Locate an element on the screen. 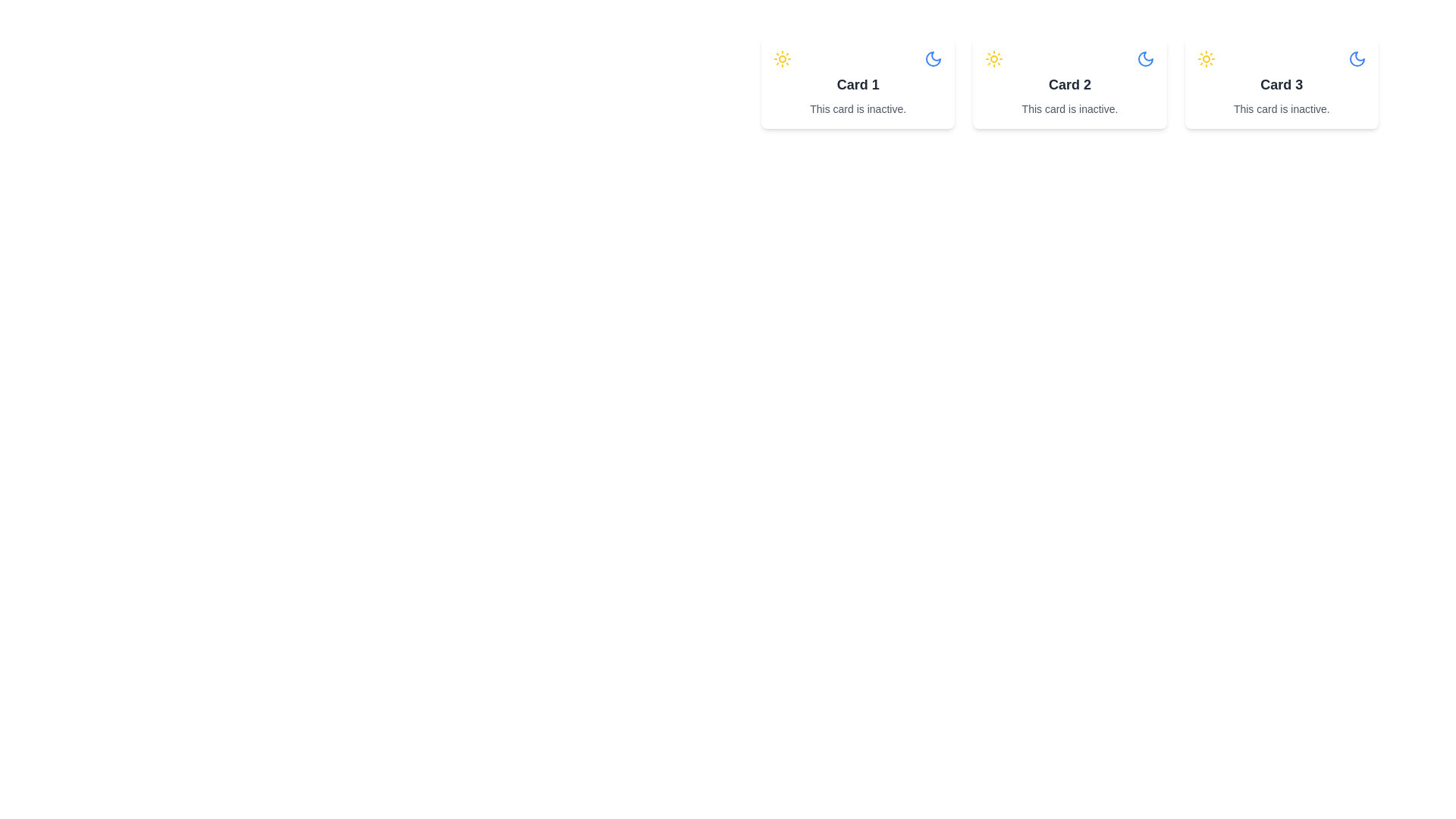  the text label that serves as the title for the second card, positioned in a horizontal series of card headers, located slightly below the icons and above the description text 'This card is inactive.' is located at coordinates (1069, 84).